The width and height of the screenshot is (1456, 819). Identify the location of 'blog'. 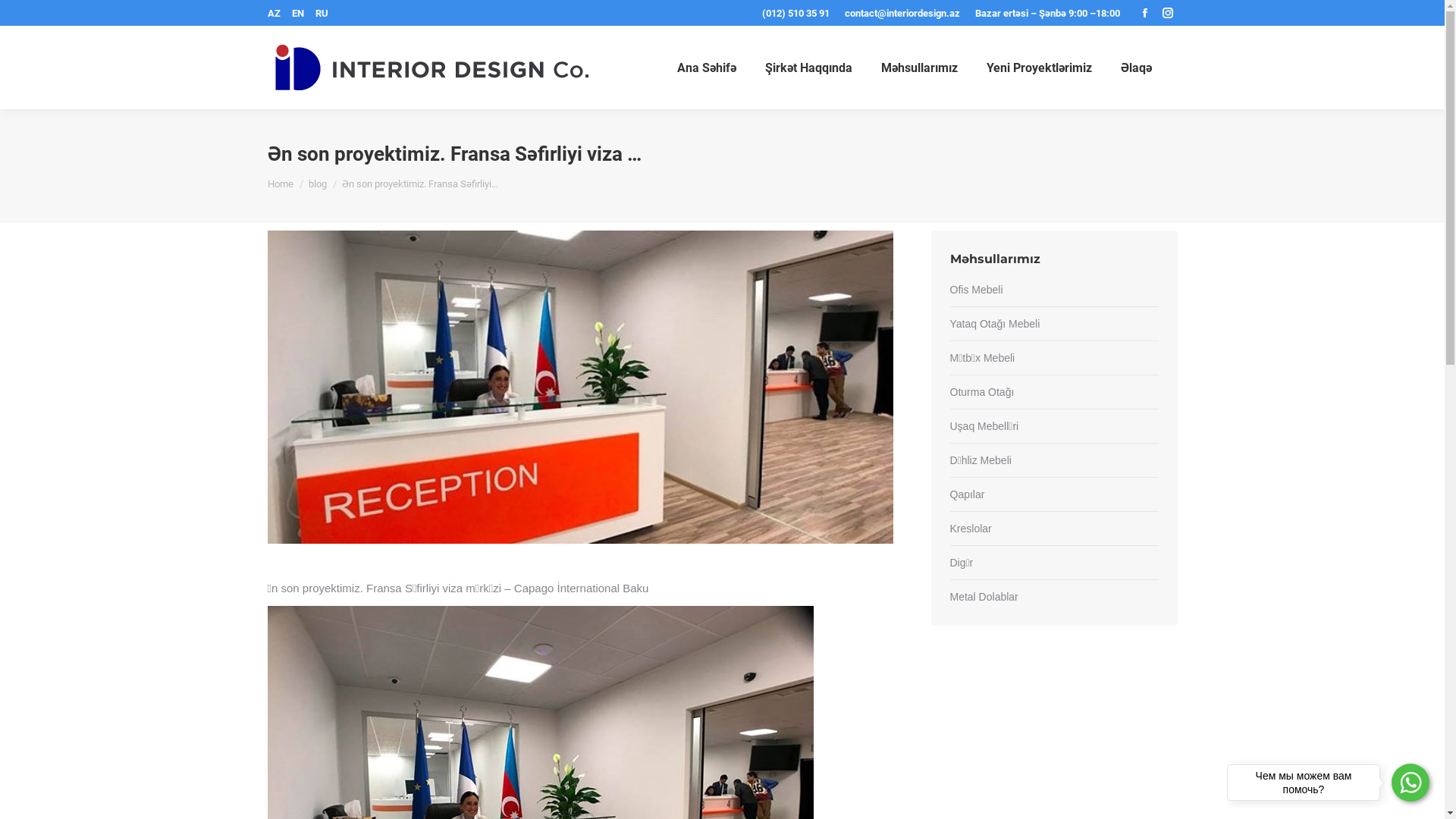
(307, 182).